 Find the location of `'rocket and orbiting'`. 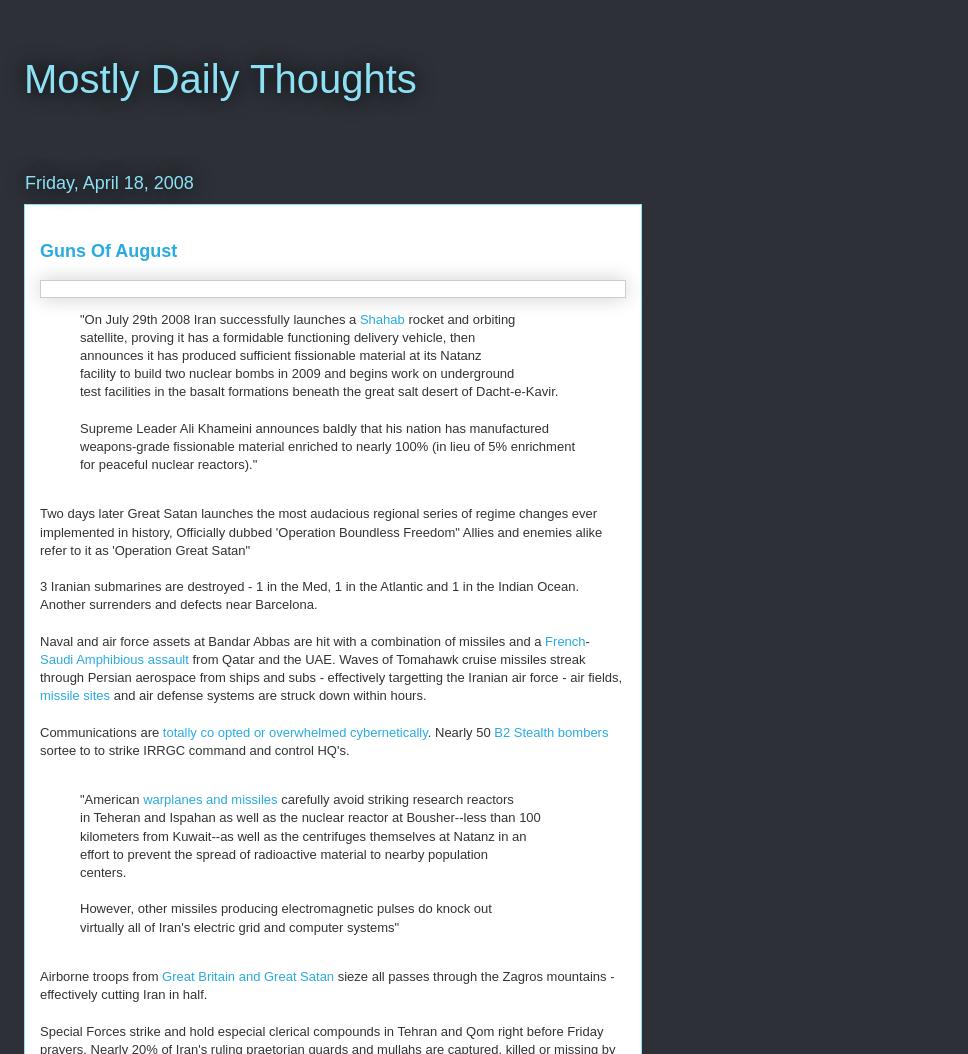

'rocket and orbiting' is located at coordinates (460, 318).